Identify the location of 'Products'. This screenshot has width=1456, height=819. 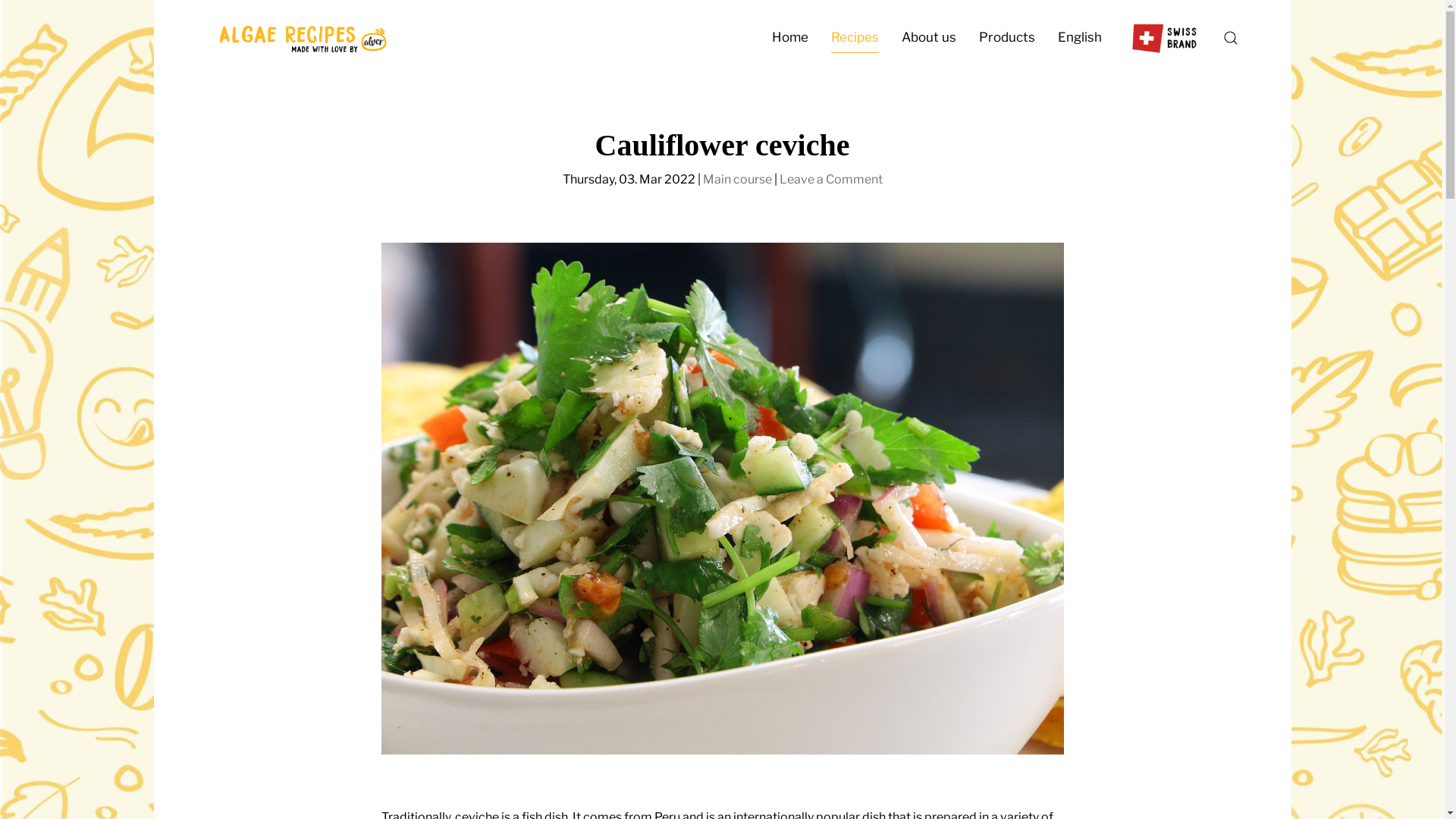
(1007, 37).